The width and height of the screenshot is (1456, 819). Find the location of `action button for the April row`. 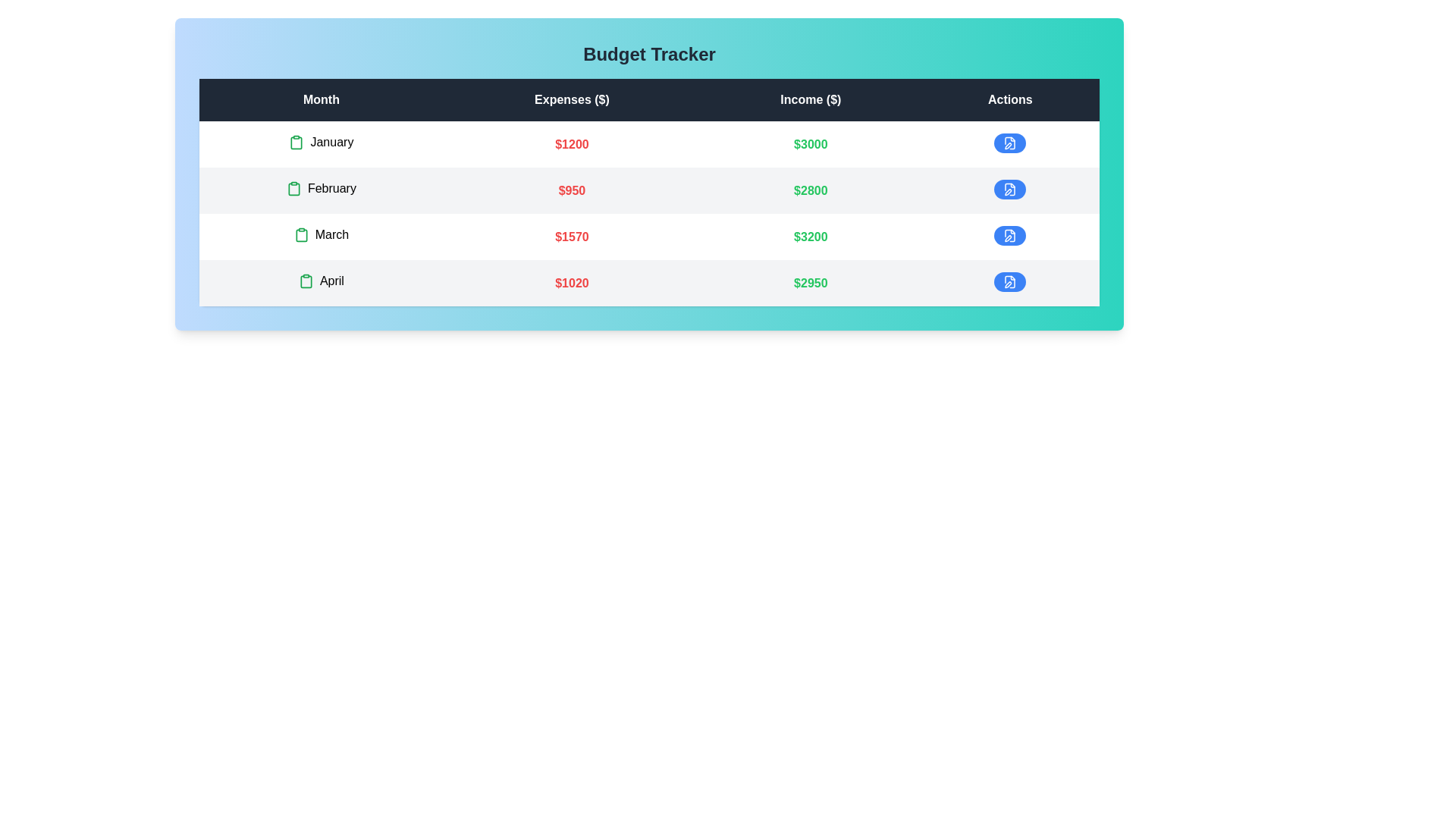

action button for the April row is located at coordinates (1009, 281).